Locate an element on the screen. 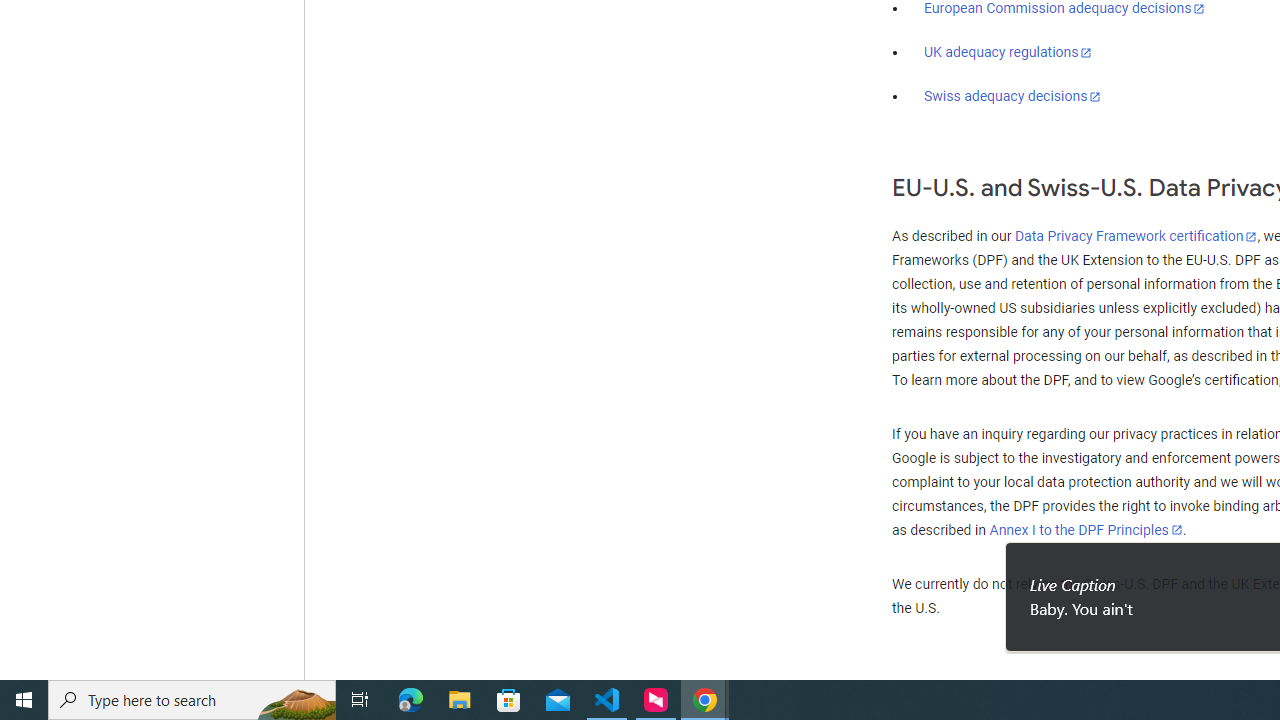  'Data Privacy Framework certification' is located at coordinates (1136, 236).